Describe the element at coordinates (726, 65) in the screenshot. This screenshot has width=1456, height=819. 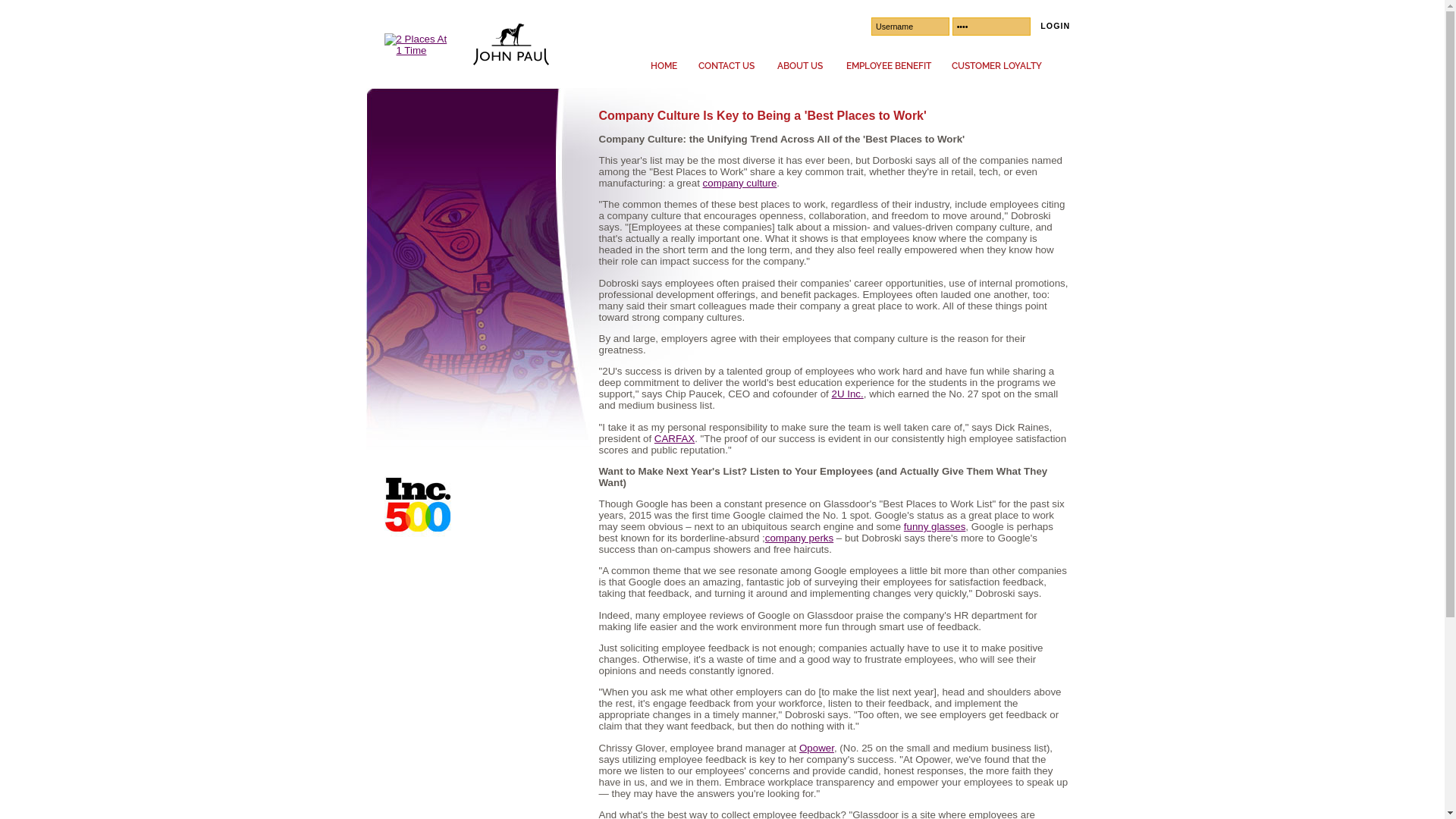
I see `'CONTACT US'` at that location.